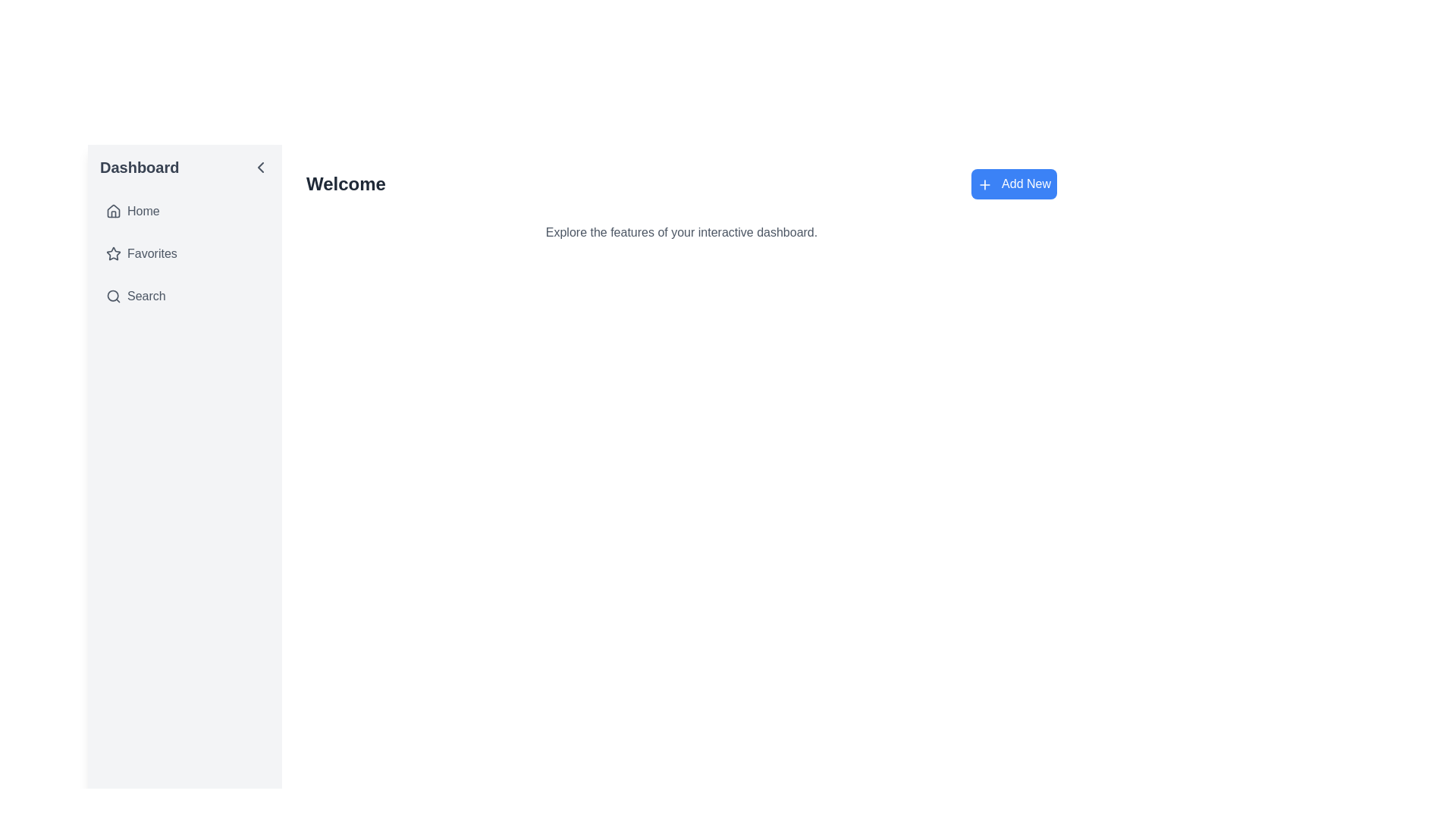 This screenshot has height=819, width=1456. What do you see at coordinates (1026, 183) in the screenshot?
I see `text from the Text Label that indicates the action of adding a new item, located to the right of the '+' icon` at bounding box center [1026, 183].